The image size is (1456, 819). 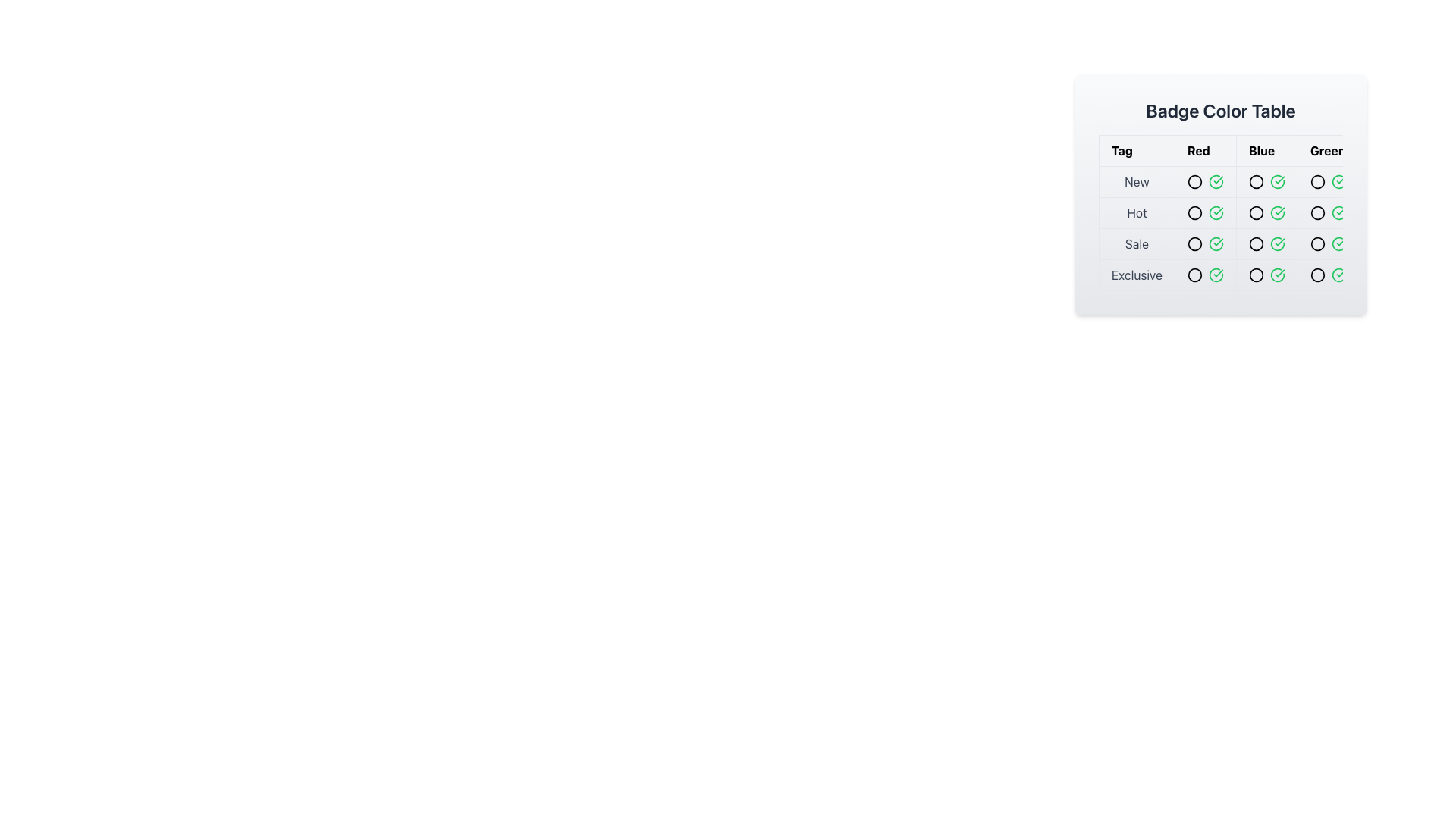 I want to click on the graphical indicator with a dark outline and a green checkmark located in the 'Greer' column and 'Sale' row of the 'Badge Color Table', so click(x=1327, y=243).